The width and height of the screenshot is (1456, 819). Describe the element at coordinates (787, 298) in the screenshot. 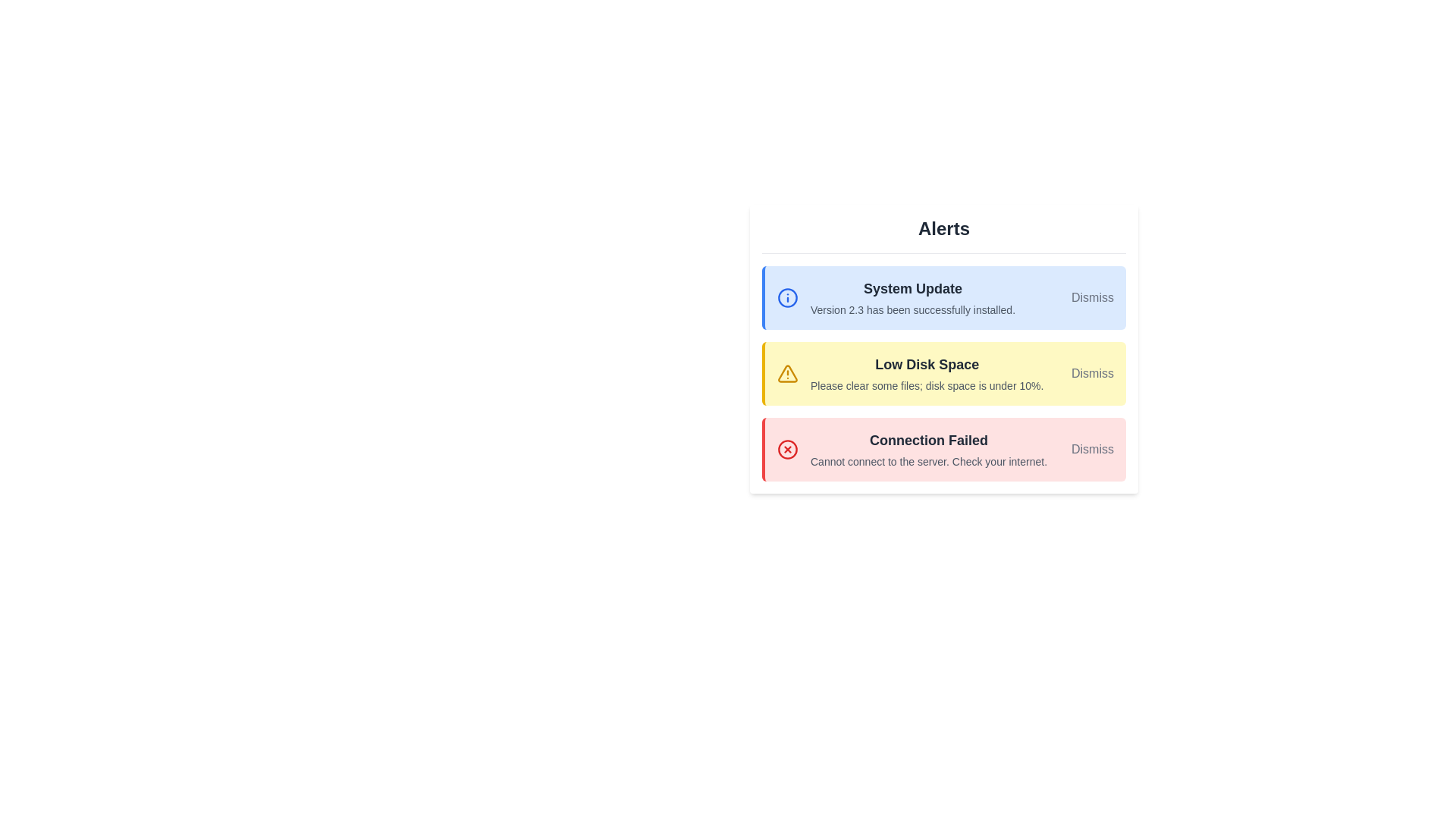

I see `the Decorative icon located on the left side of the topmost notification panel, next to the text 'System Update - Version 2.3 has been successfully installed.'` at that location.